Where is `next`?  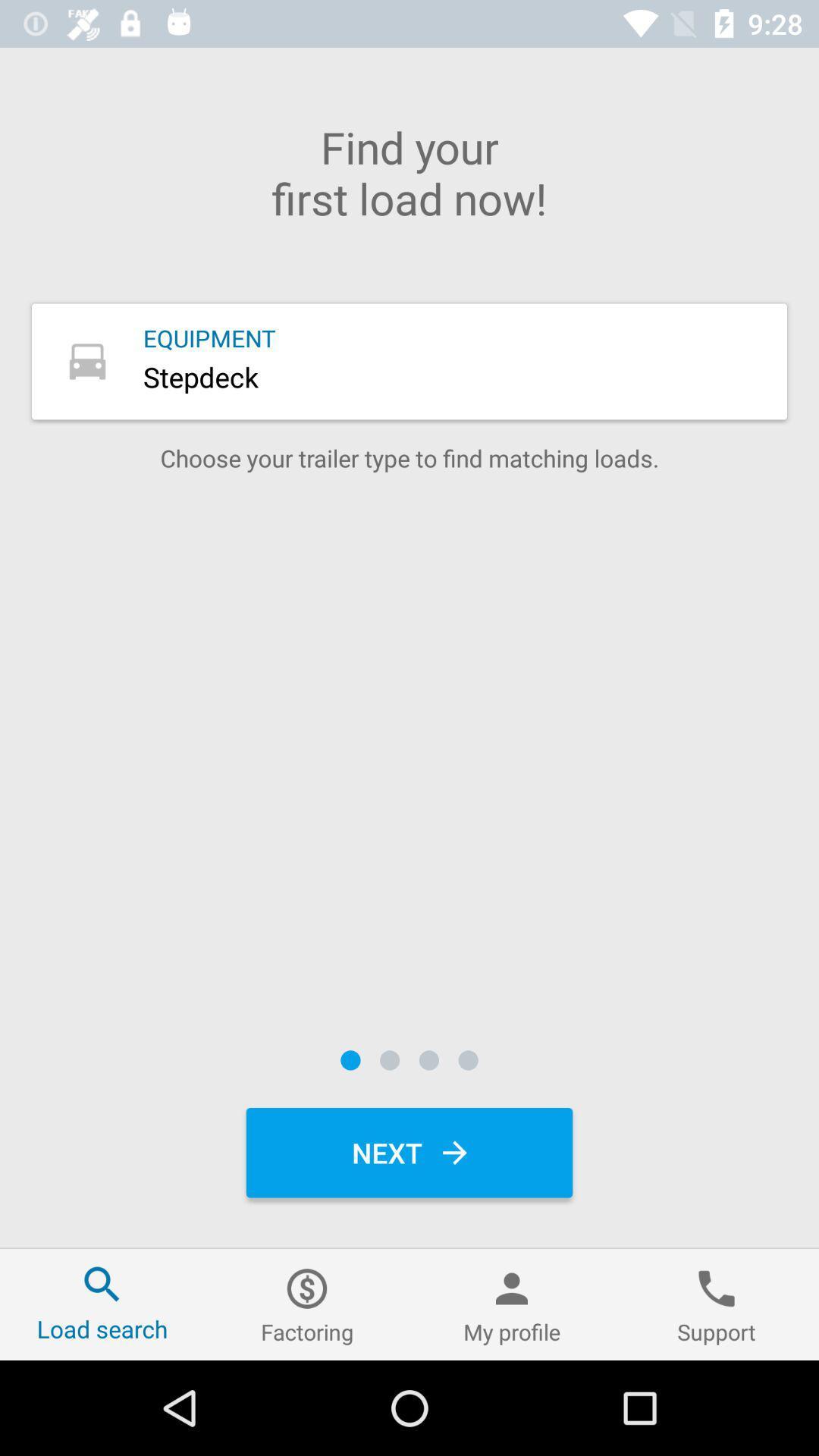
next is located at coordinates (409, 1153).